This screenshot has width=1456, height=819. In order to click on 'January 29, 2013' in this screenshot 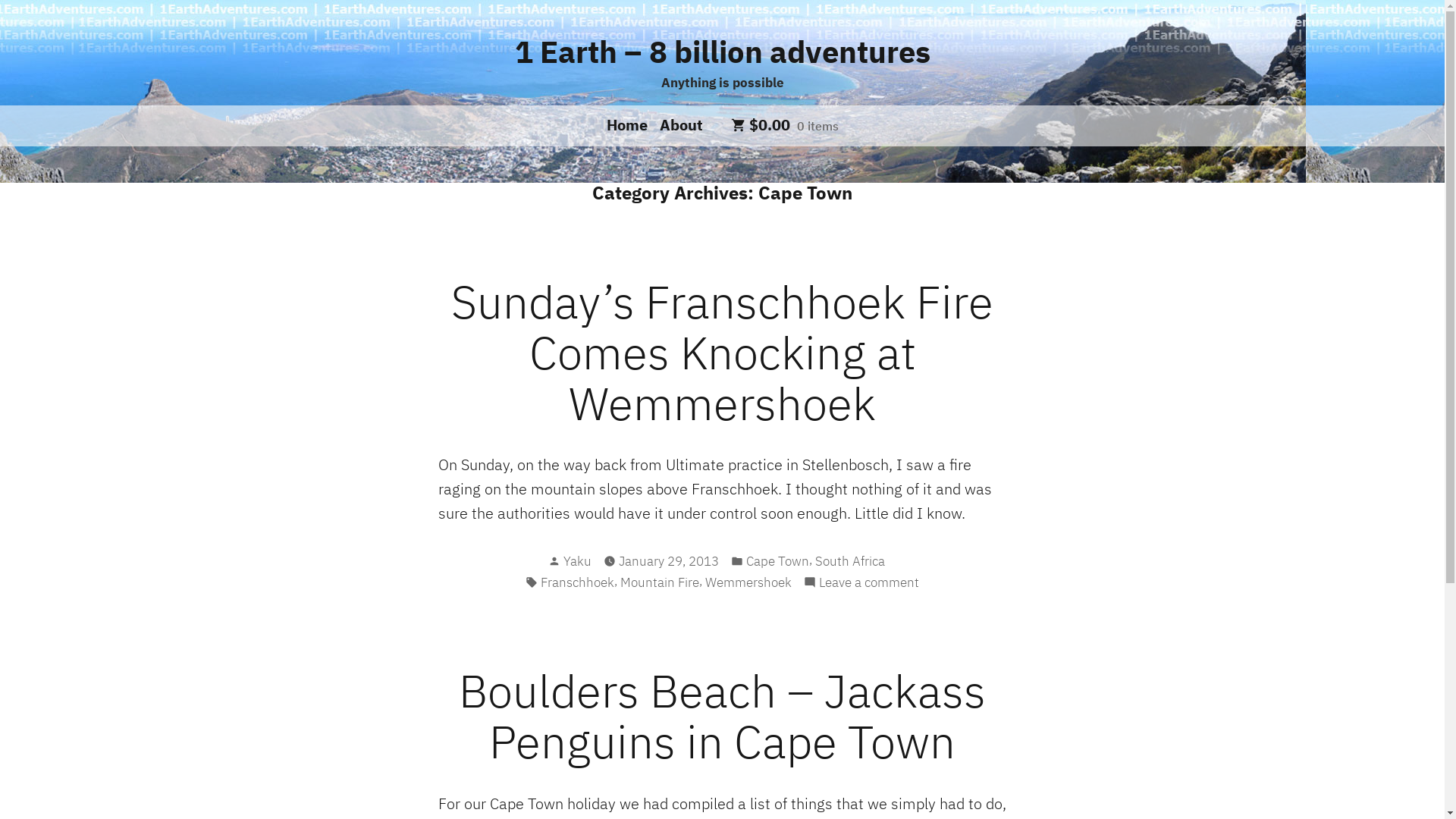, I will do `click(668, 561)`.